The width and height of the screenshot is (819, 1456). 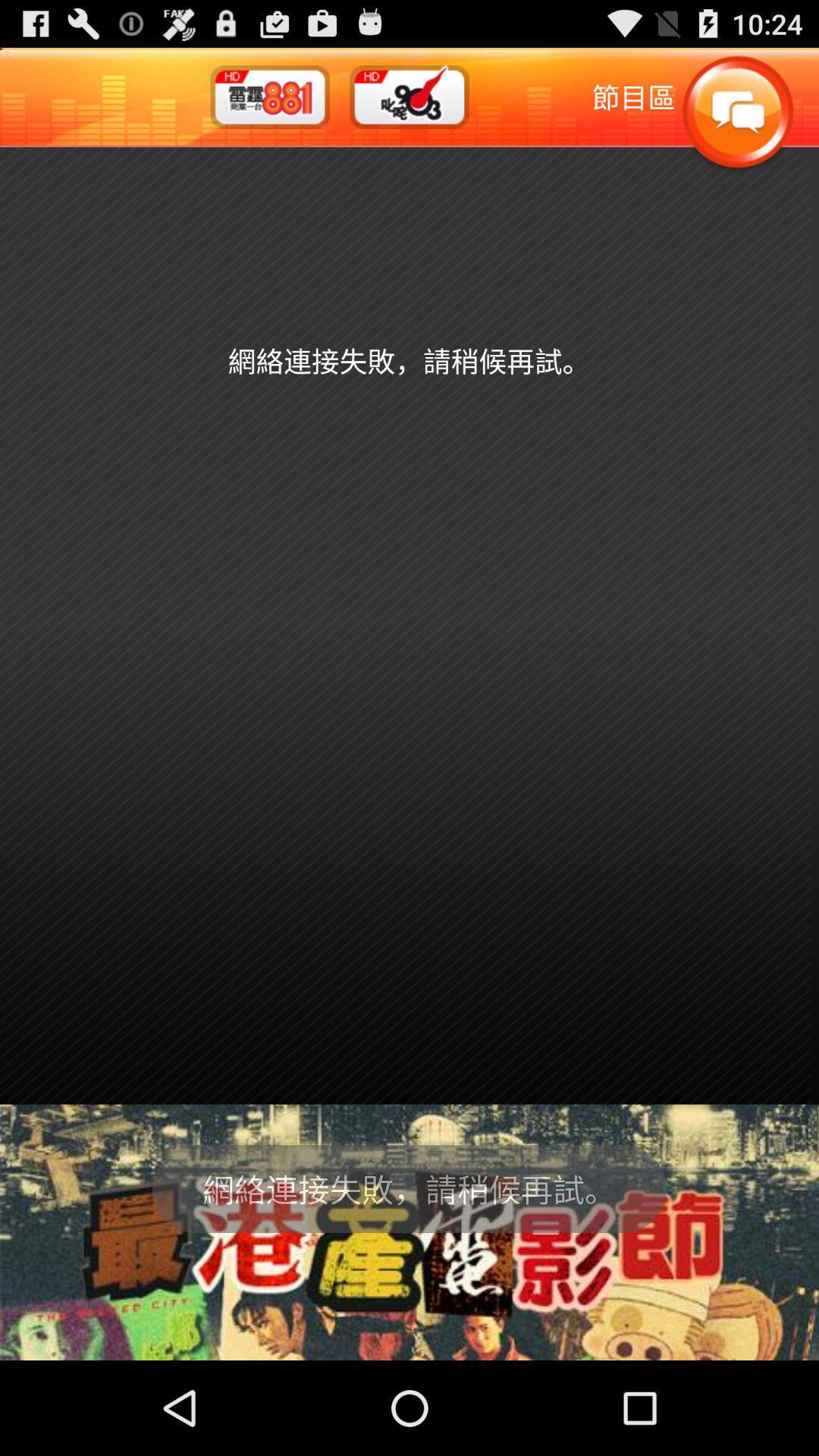 I want to click on chat, so click(x=736, y=112).